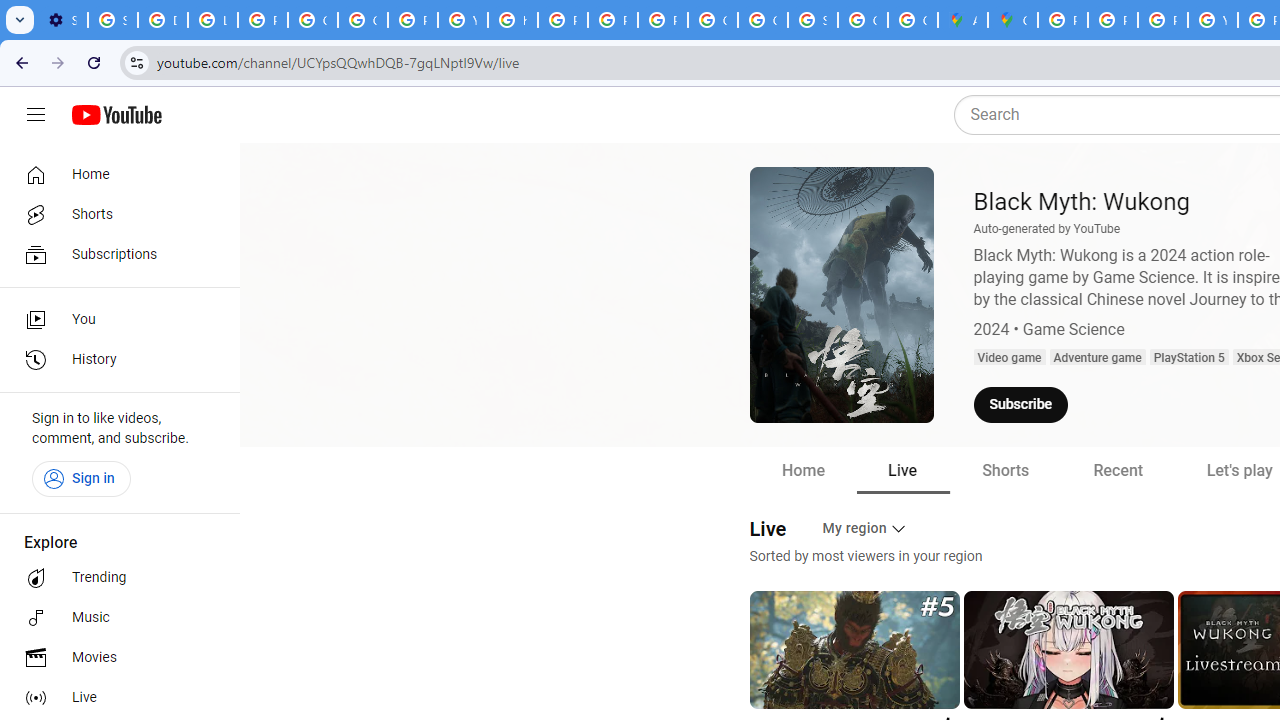 This screenshot has width=1280, height=720. Describe the element at coordinates (1062, 20) in the screenshot. I see `'Policy Accountability and Transparency - Transparency Center'` at that location.